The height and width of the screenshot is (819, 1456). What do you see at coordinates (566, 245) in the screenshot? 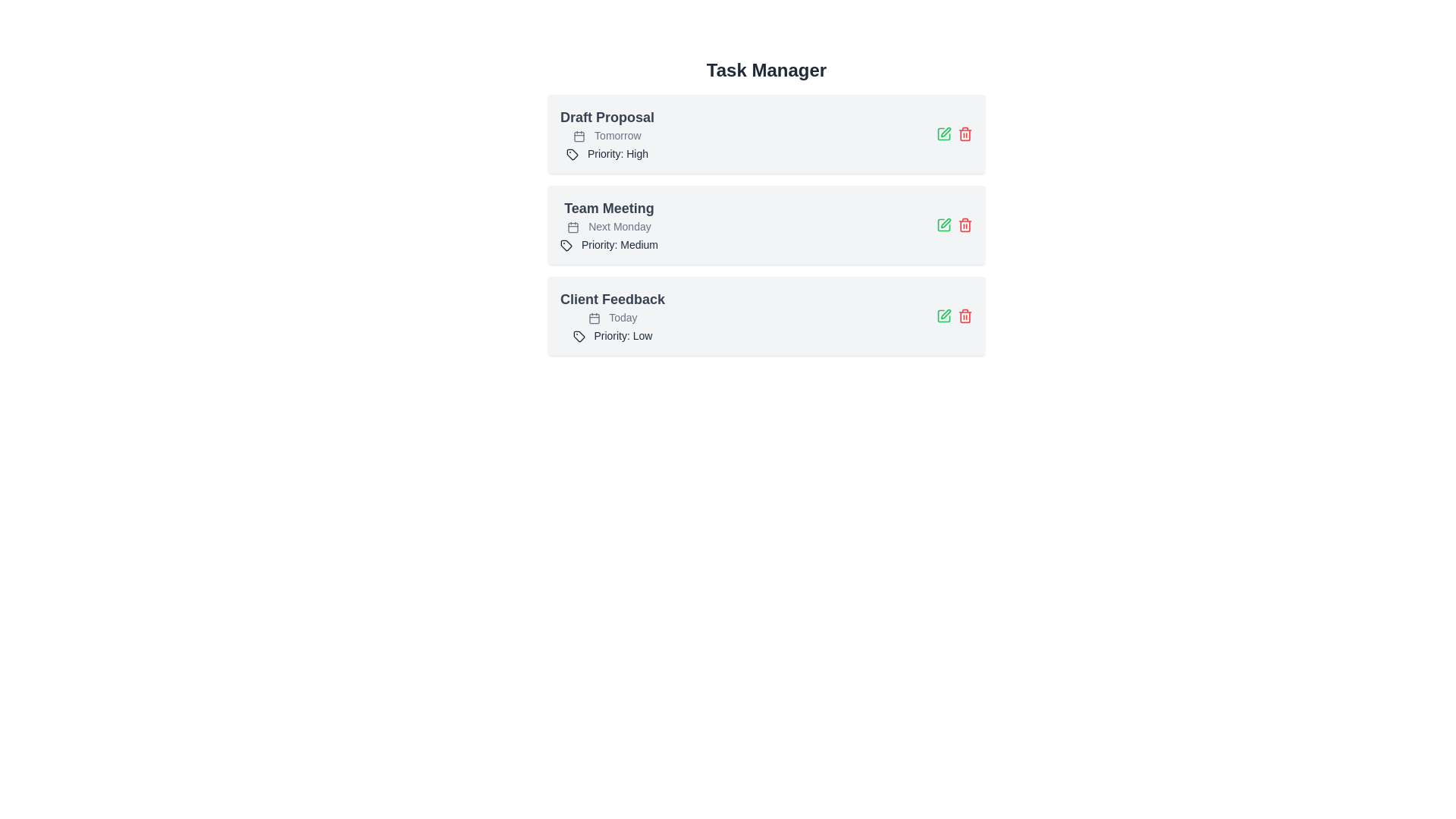
I see `the priority icon located to the left of the 'Priority: Medium' text in the 'Team Meeting' section of the task entries in the 'Task Manager'` at bounding box center [566, 245].